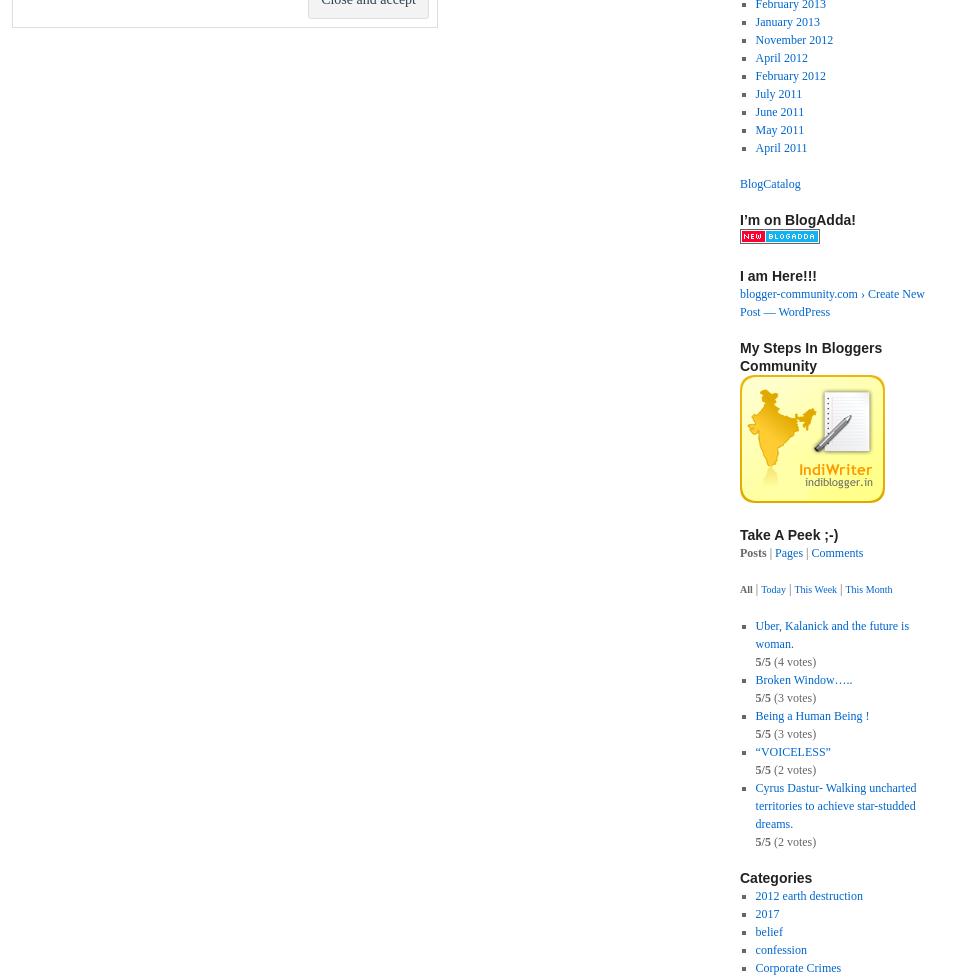 This screenshot has width=980, height=980. Describe the element at coordinates (768, 931) in the screenshot. I see `'belief'` at that location.